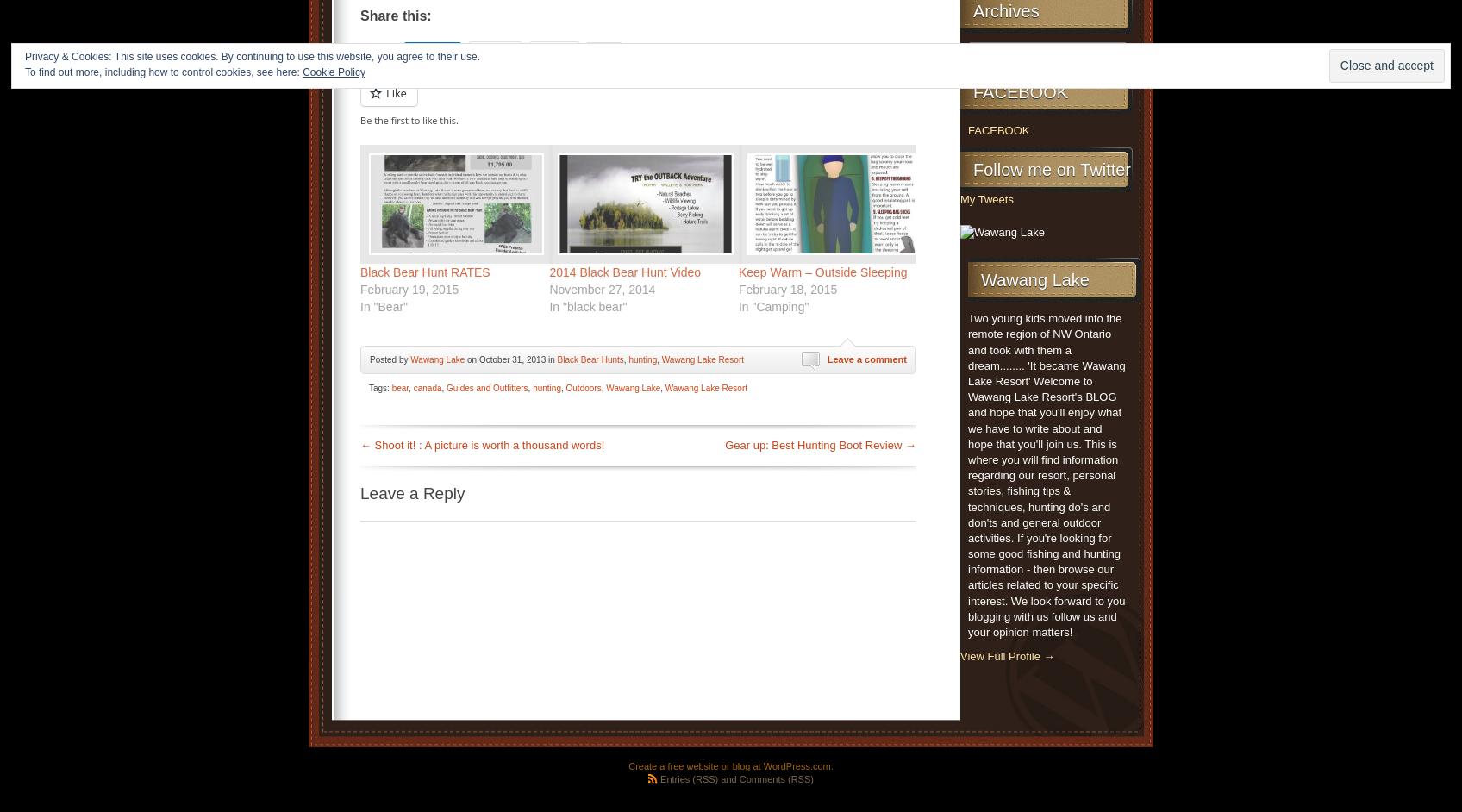  I want to click on 'Print', so click(561, 49).